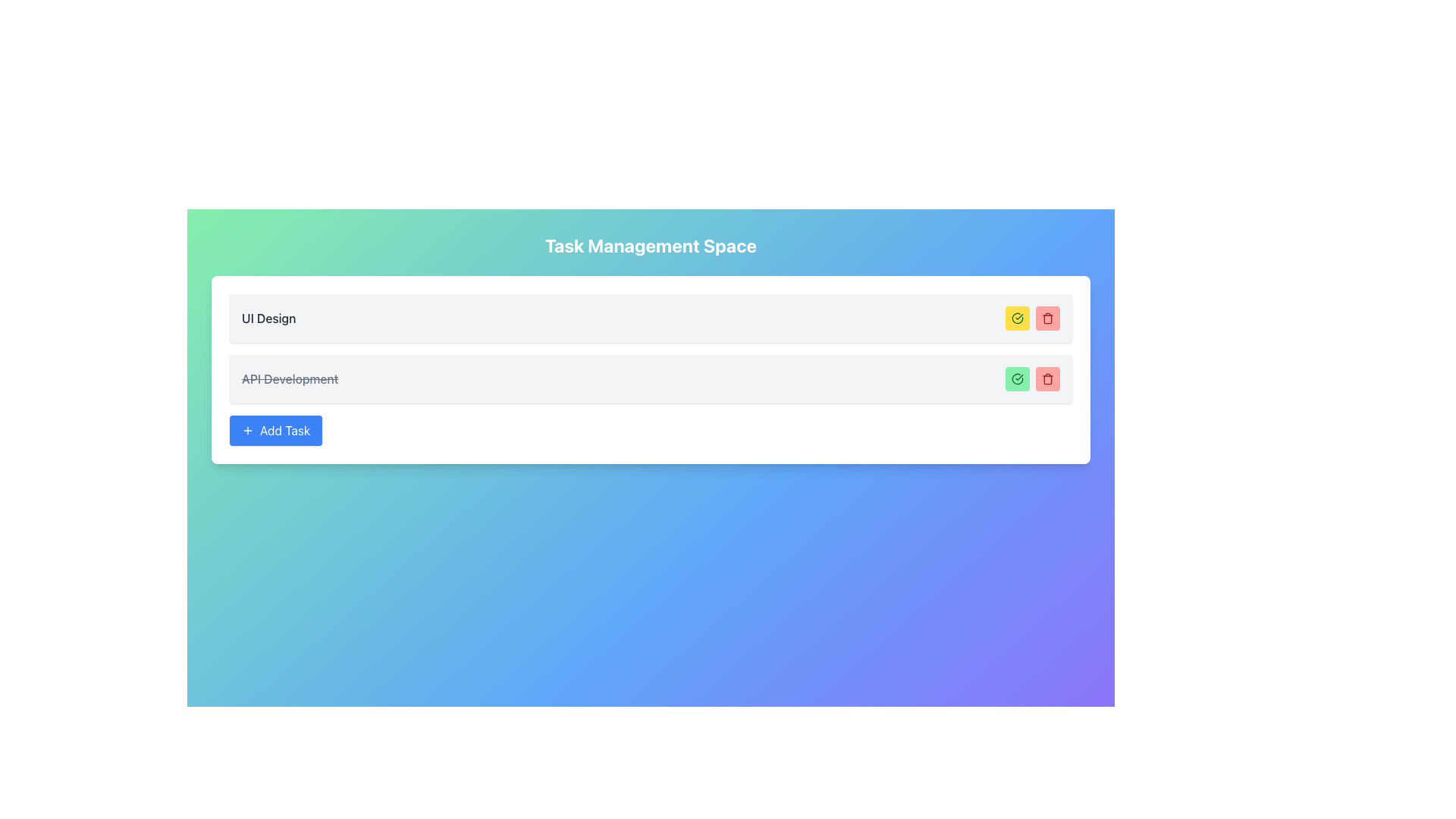  What do you see at coordinates (1032, 378) in the screenshot?
I see `the interactive buttons in the 'API Development' section, located at the far right of the lower list item` at bounding box center [1032, 378].